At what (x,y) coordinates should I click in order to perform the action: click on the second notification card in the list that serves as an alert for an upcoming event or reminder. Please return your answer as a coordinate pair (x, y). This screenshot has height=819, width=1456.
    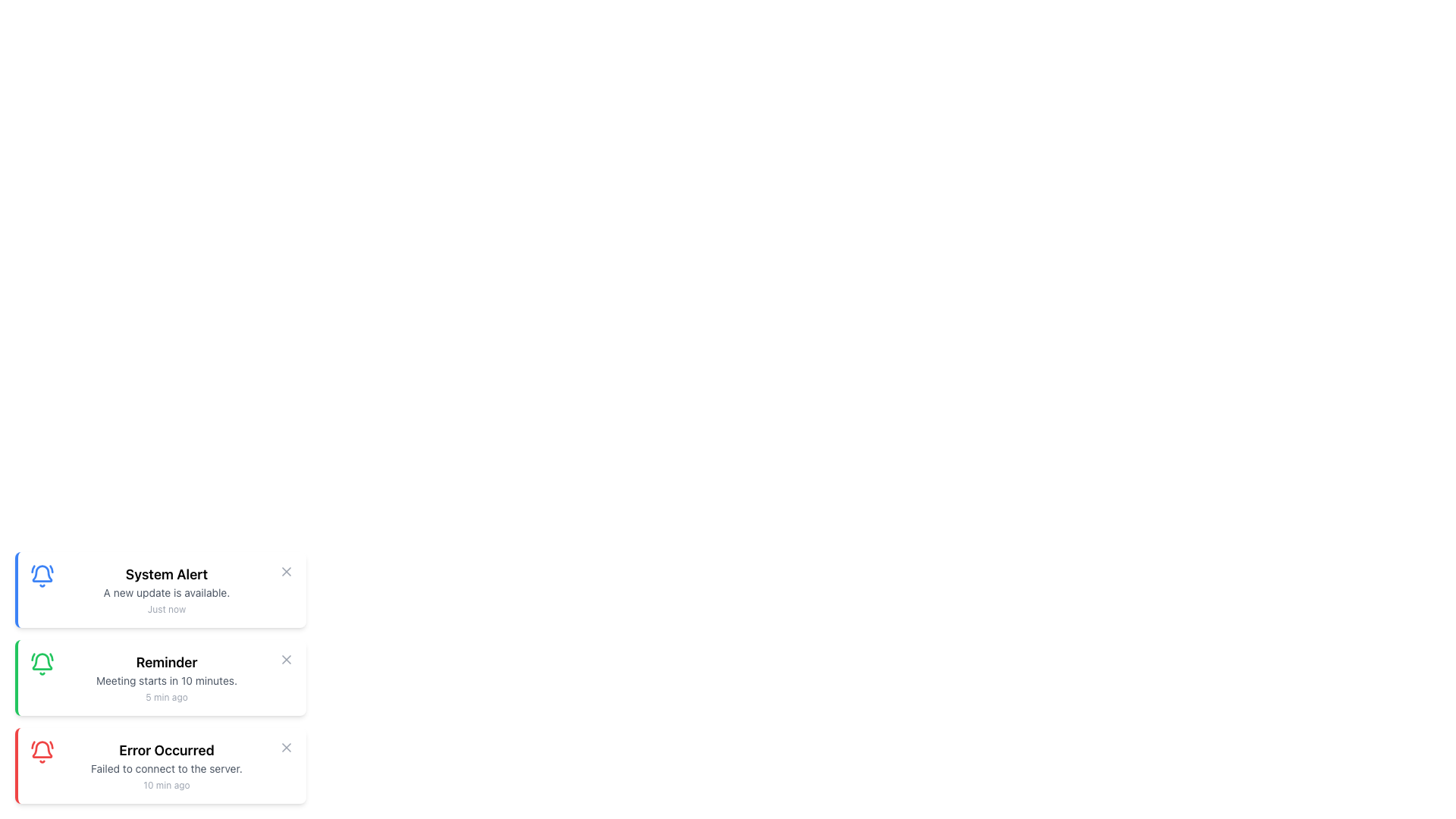
    Looking at the image, I should click on (167, 677).